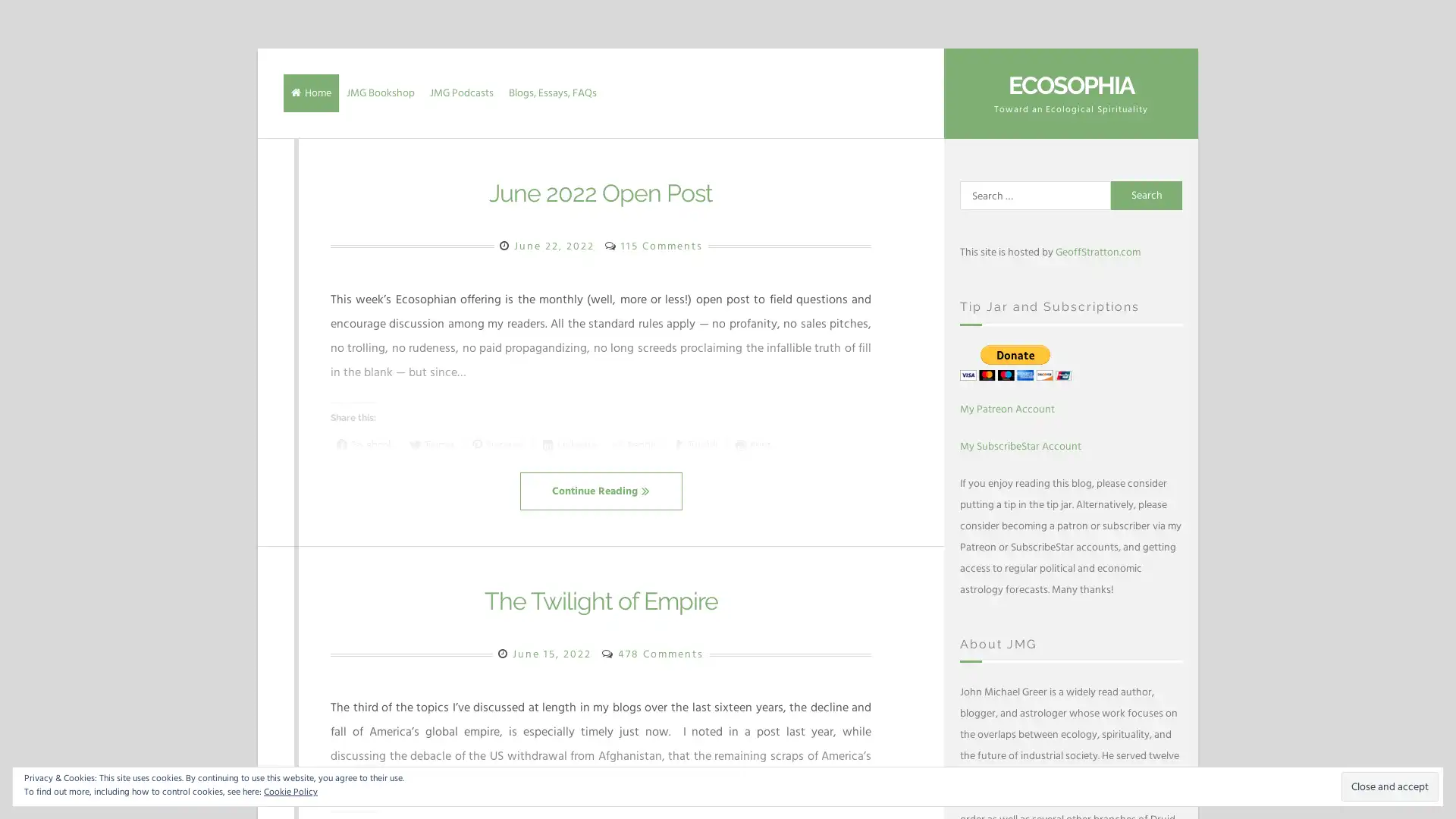 This screenshot has height=819, width=1456. What do you see at coordinates (1015, 362) in the screenshot?
I see `PayPal - The safer, easier way to pay online!` at bounding box center [1015, 362].